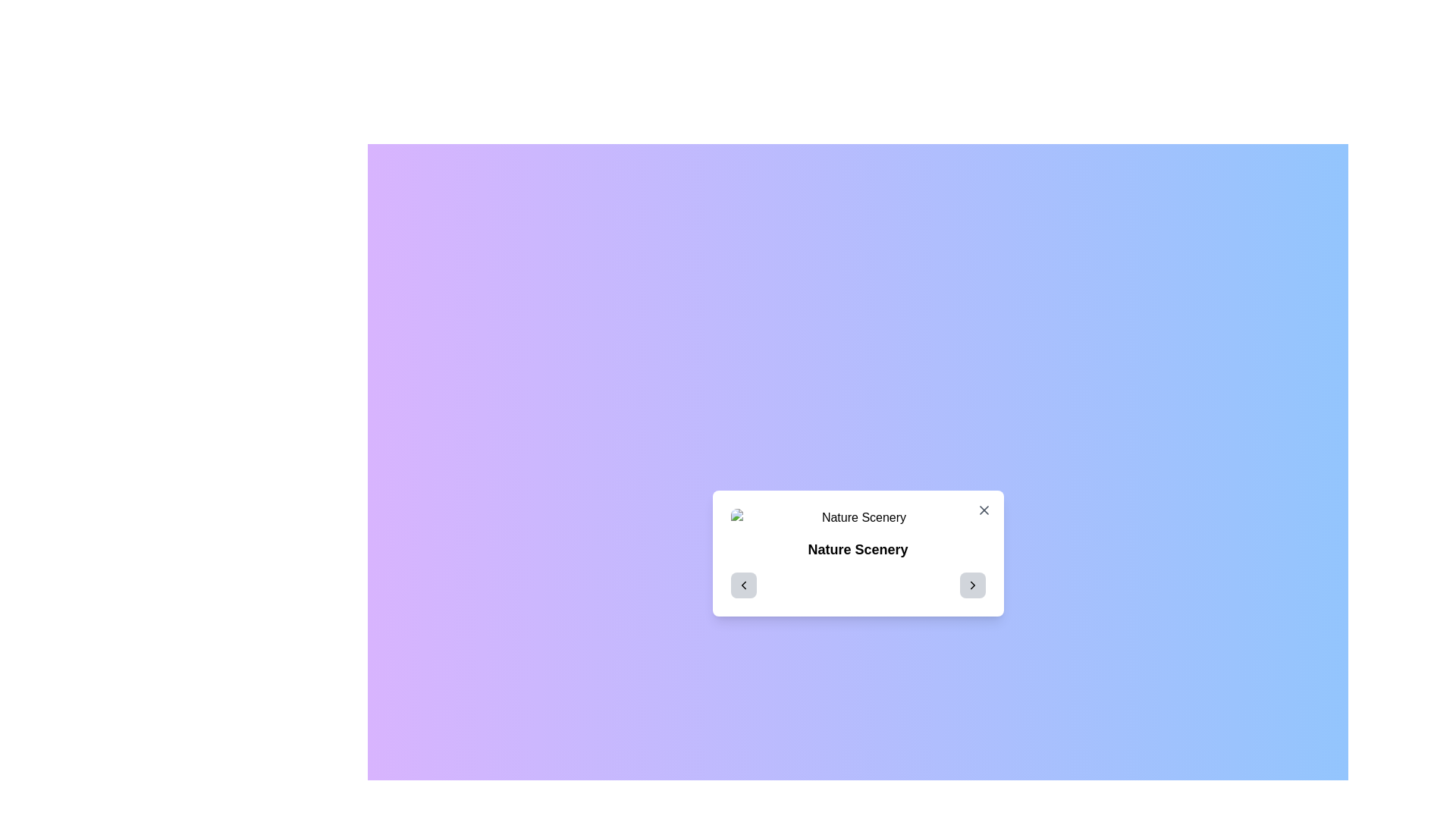  What do you see at coordinates (972, 584) in the screenshot?
I see `the small rightward-pointing chevron icon nested within the light gray rounded rectangular button located at the bottom right of the card` at bounding box center [972, 584].